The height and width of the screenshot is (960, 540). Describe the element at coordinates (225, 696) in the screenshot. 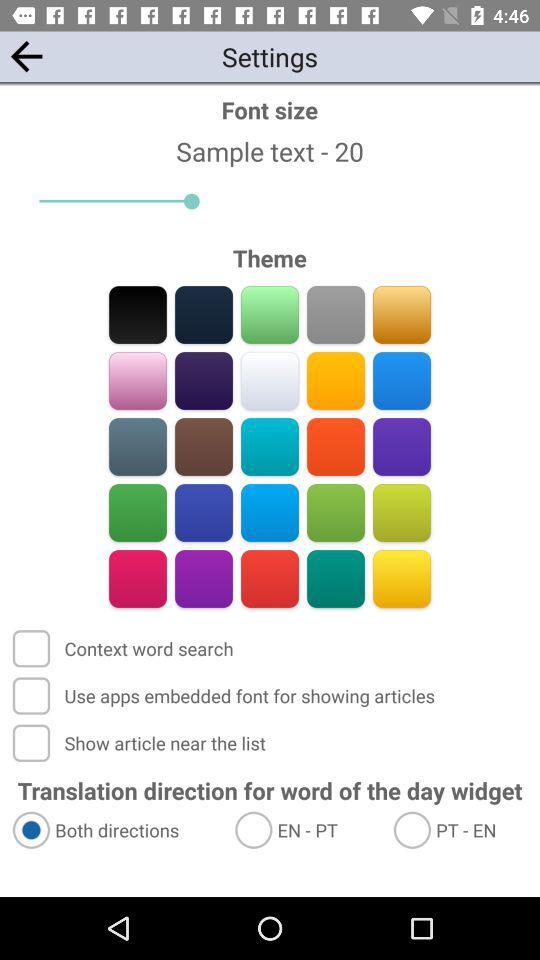

I see `the checkbox above show article near item` at that location.